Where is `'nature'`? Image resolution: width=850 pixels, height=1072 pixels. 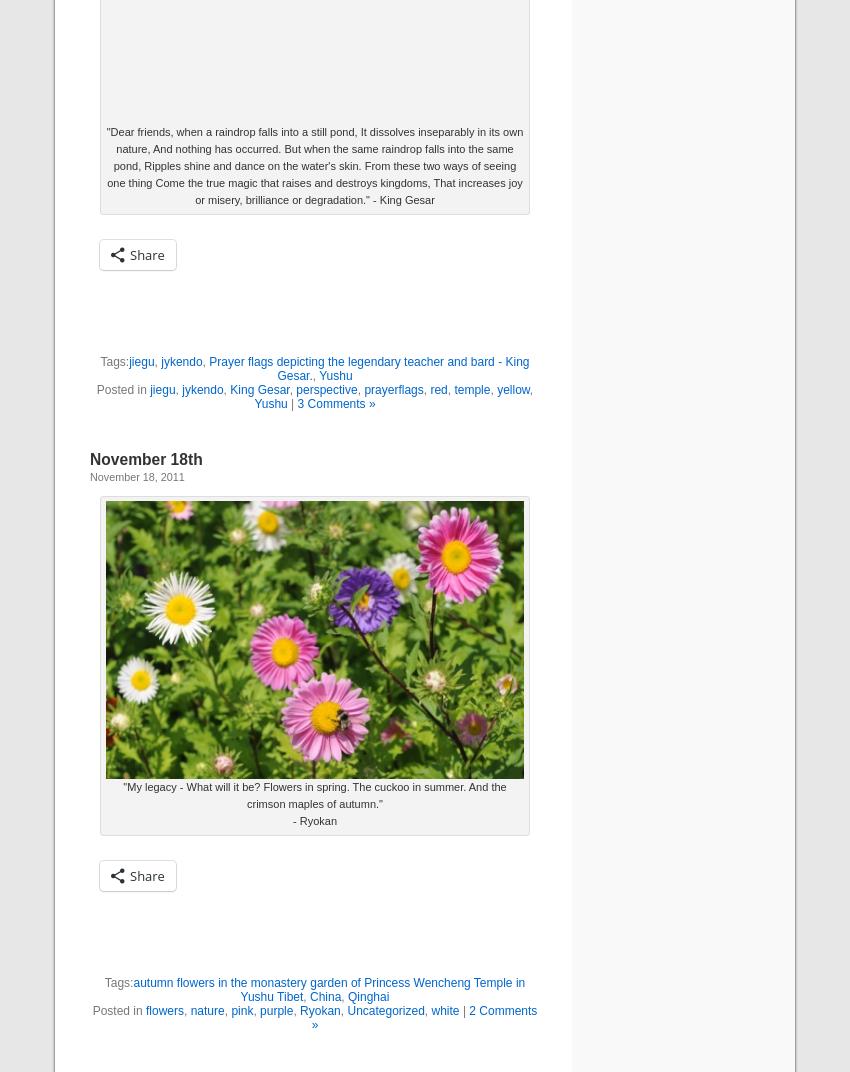 'nature' is located at coordinates (205, 1010).